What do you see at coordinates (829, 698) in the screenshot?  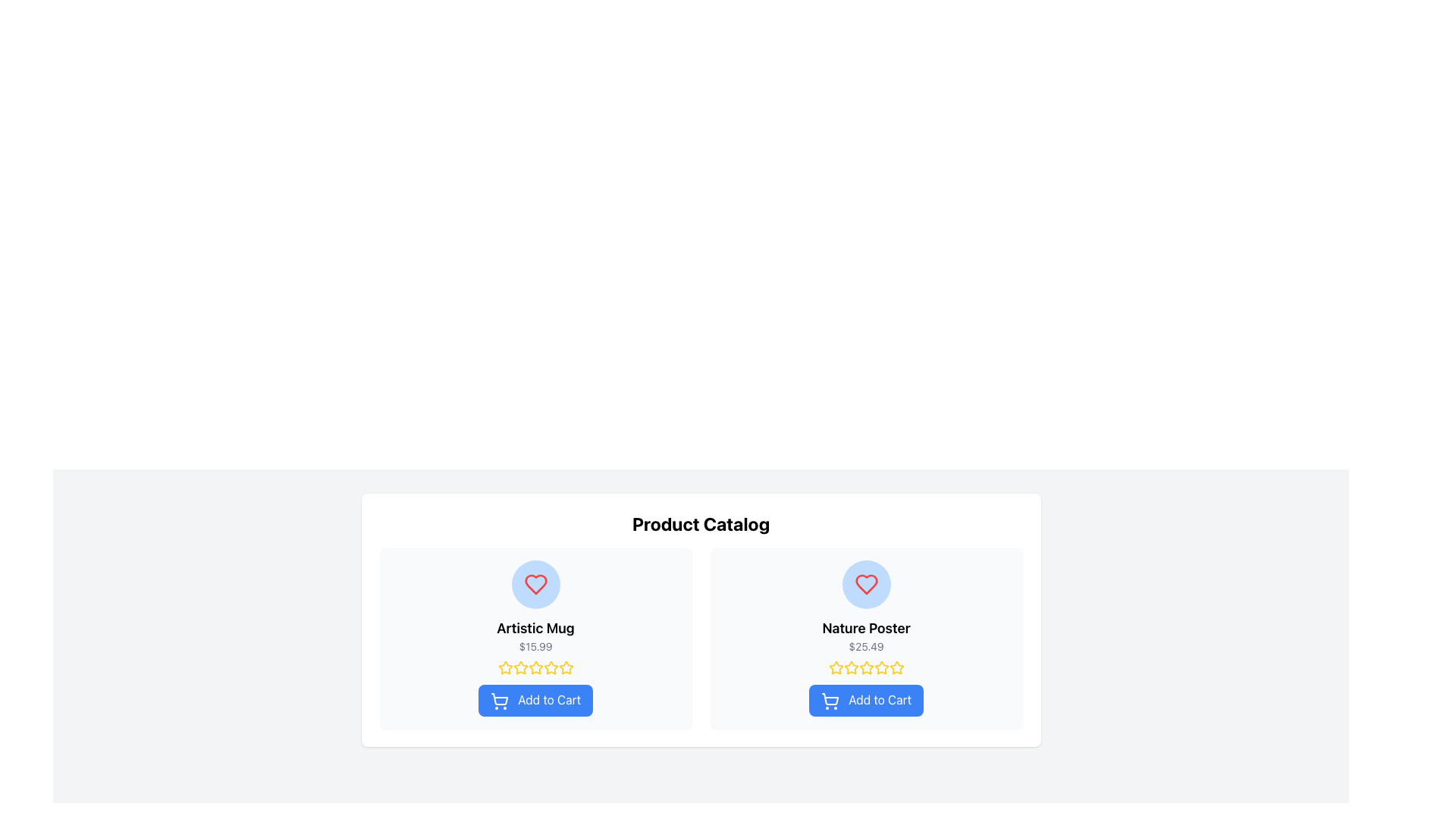 I see `the 'Add to Cart' button encompassing the shopping cart icon for the product 'Nature Poster' in the 'Product Catalog' section` at bounding box center [829, 698].